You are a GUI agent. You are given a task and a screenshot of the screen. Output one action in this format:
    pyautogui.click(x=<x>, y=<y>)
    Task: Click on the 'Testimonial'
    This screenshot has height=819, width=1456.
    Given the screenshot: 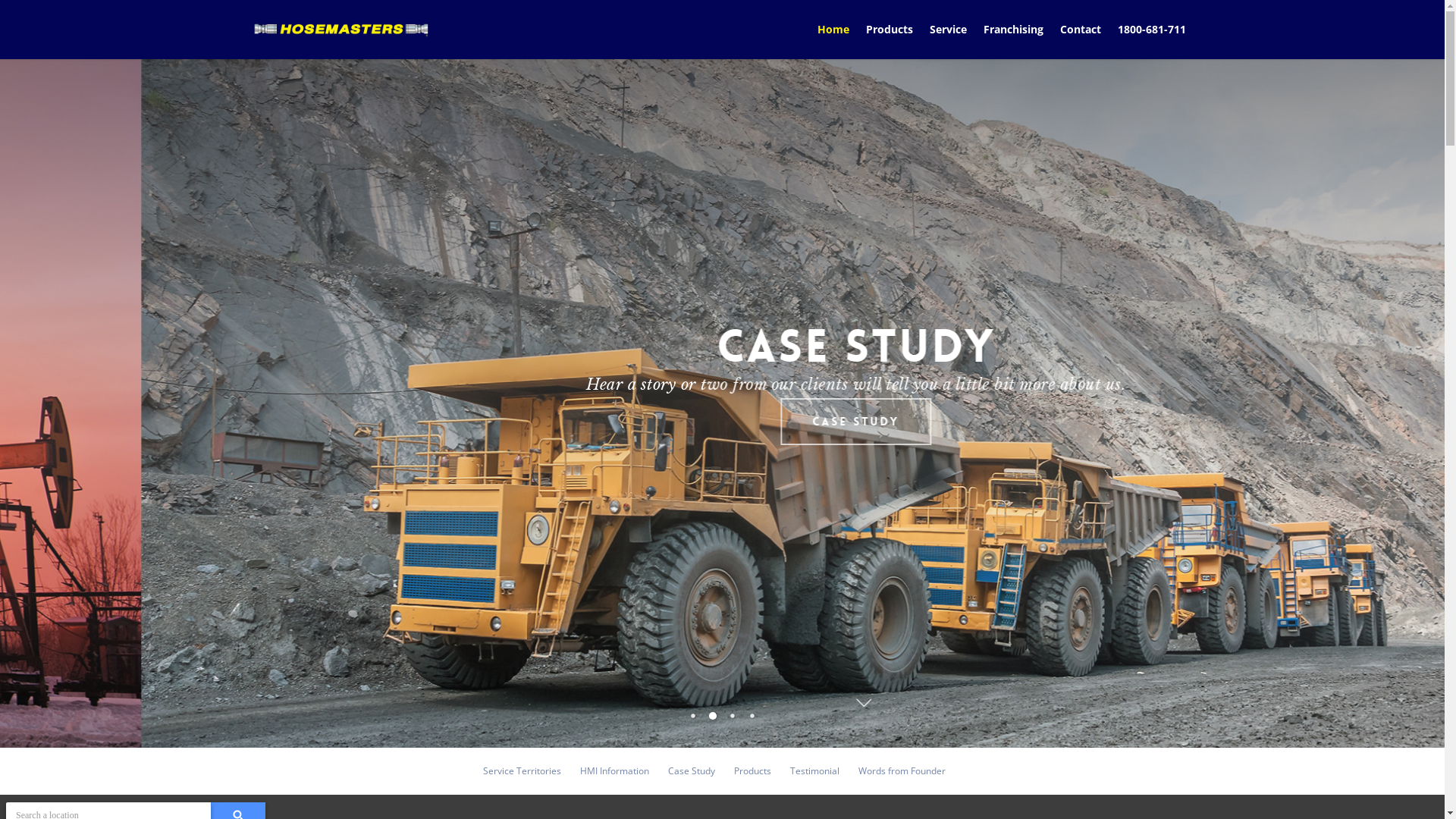 What is the action you would take?
    pyautogui.click(x=814, y=771)
    